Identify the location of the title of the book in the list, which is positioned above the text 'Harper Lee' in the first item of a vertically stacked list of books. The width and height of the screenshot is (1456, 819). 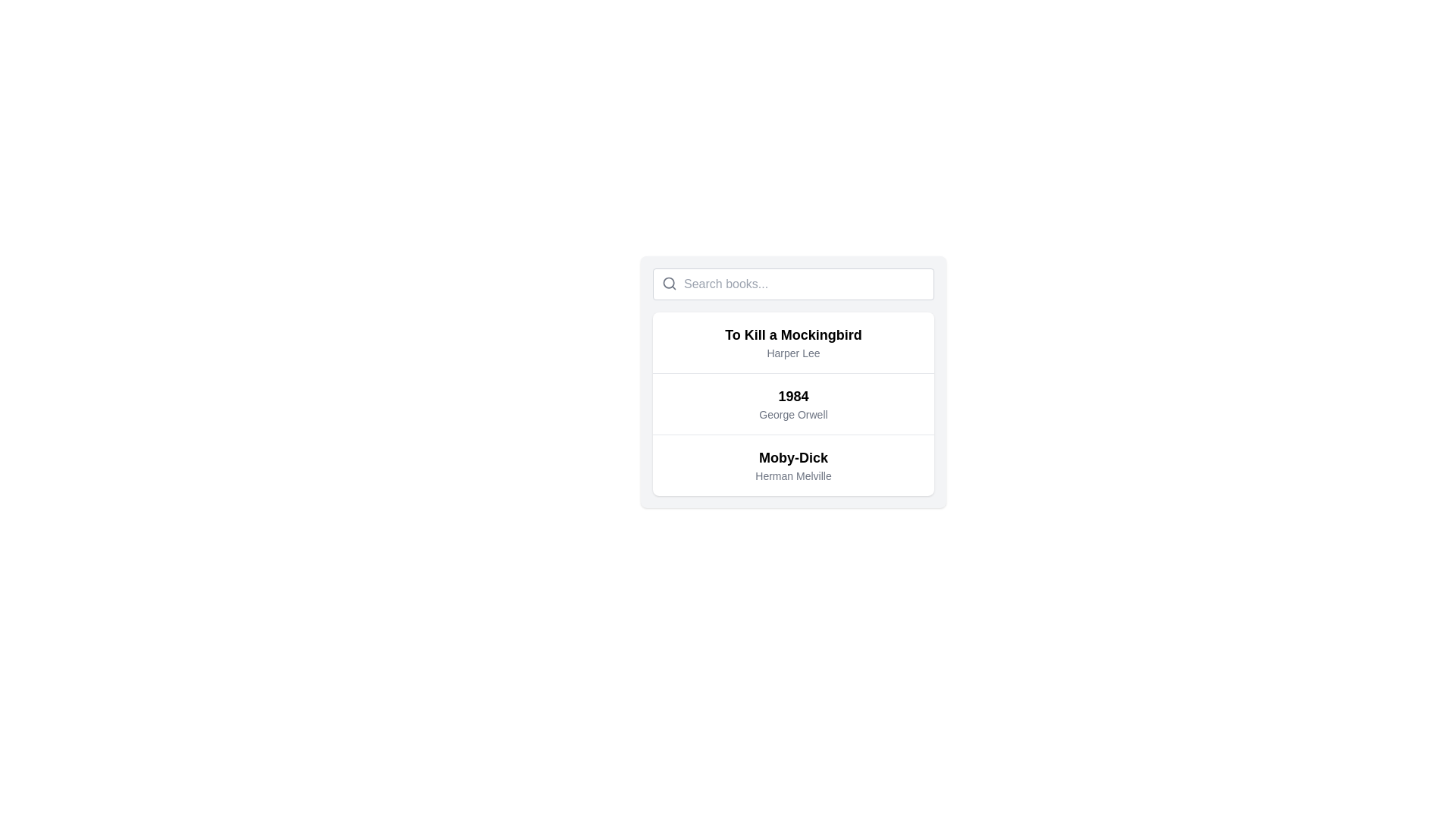
(792, 334).